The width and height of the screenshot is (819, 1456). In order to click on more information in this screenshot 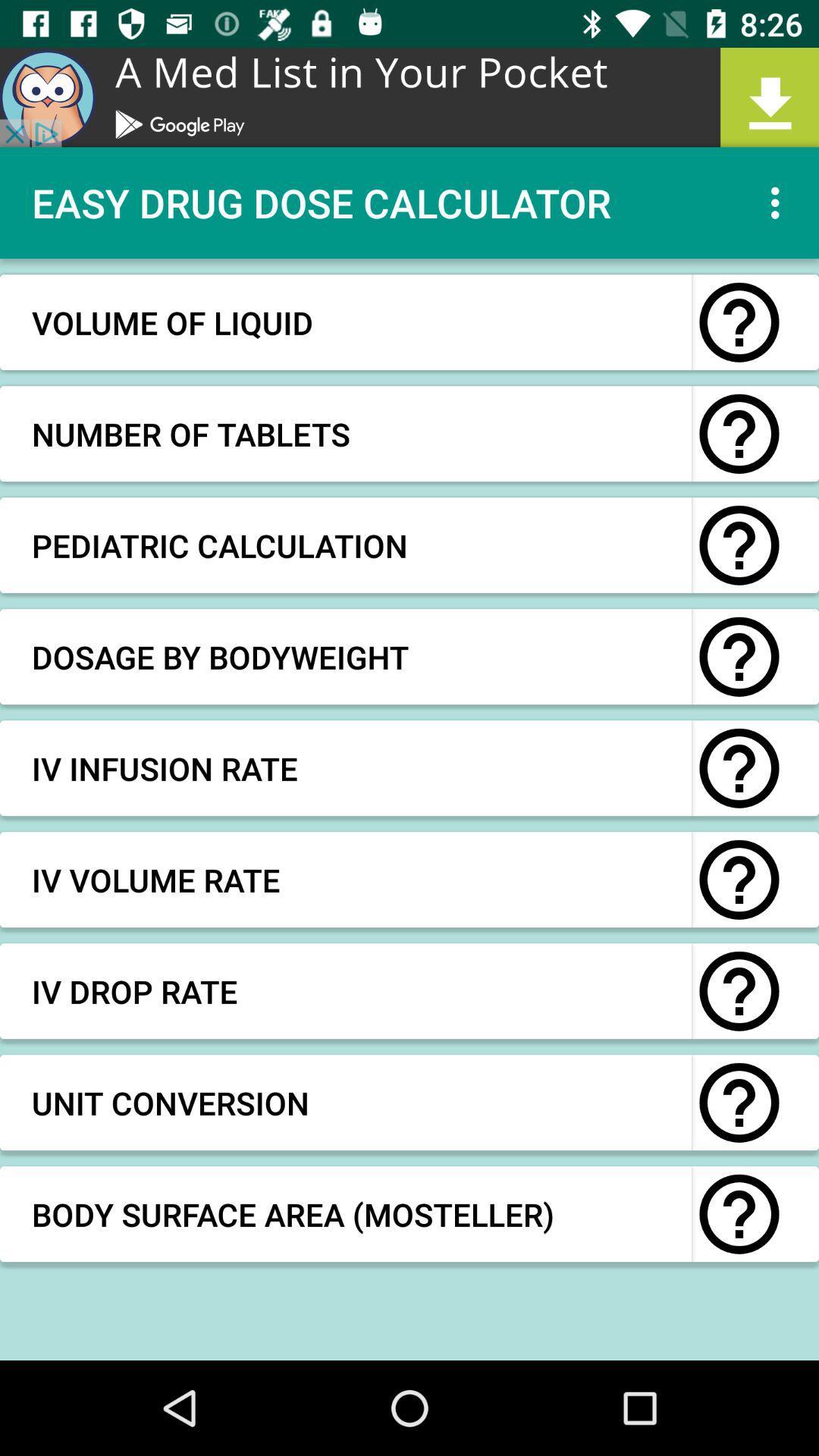, I will do `click(739, 433)`.